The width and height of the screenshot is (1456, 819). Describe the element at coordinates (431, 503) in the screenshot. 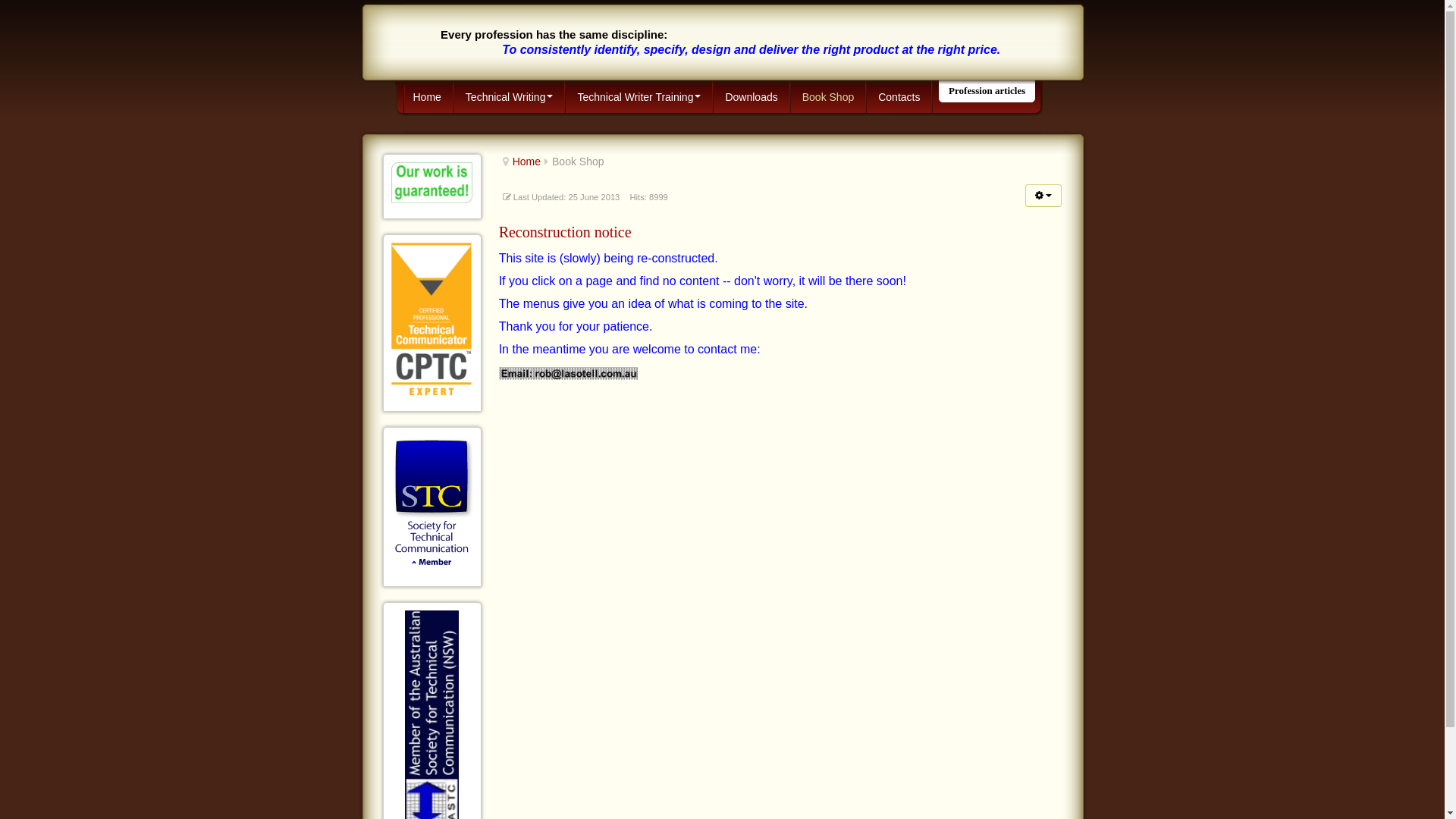

I see `'STC logo'` at that location.